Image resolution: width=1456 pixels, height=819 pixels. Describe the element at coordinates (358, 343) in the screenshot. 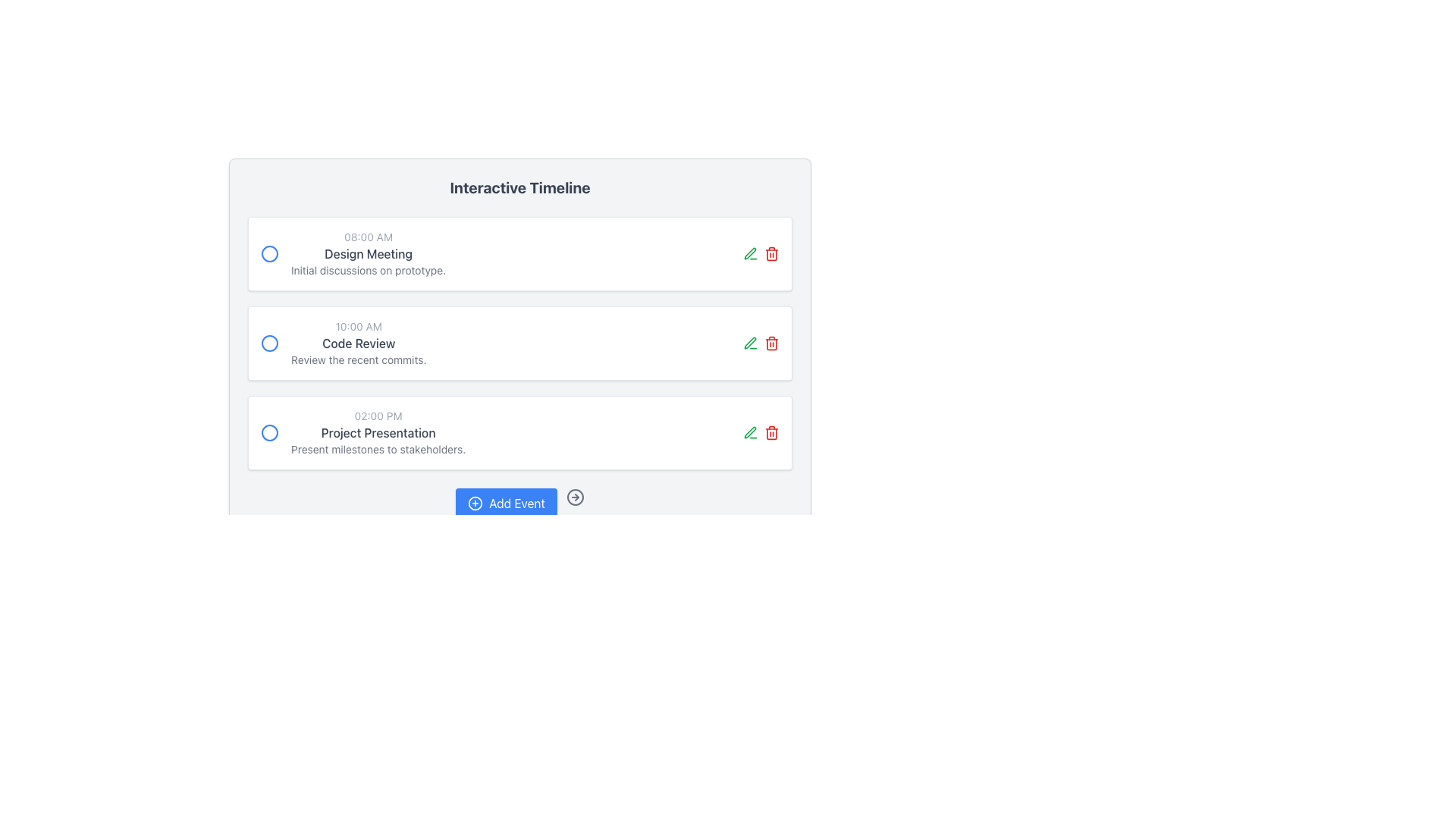

I see `the Text Label that serves as the title for the 'Code Review' event at 10:00 AM, located in the timeline interface` at that location.